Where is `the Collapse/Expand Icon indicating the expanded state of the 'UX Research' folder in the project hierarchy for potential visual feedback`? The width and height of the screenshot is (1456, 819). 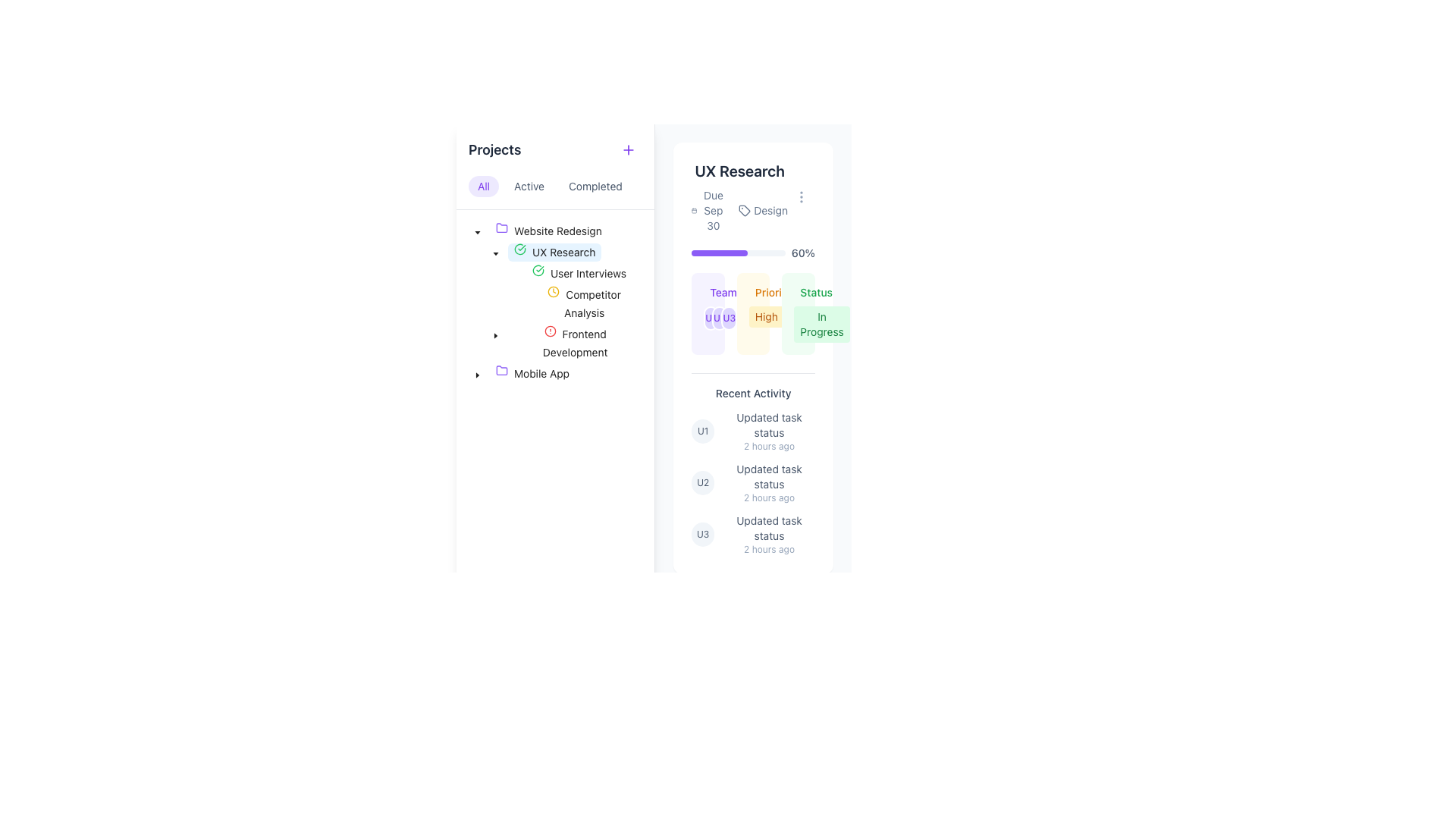 the Collapse/Expand Icon indicating the expanded state of the 'UX Research' folder in the project hierarchy for potential visual feedback is located at coordinates (495, 253).